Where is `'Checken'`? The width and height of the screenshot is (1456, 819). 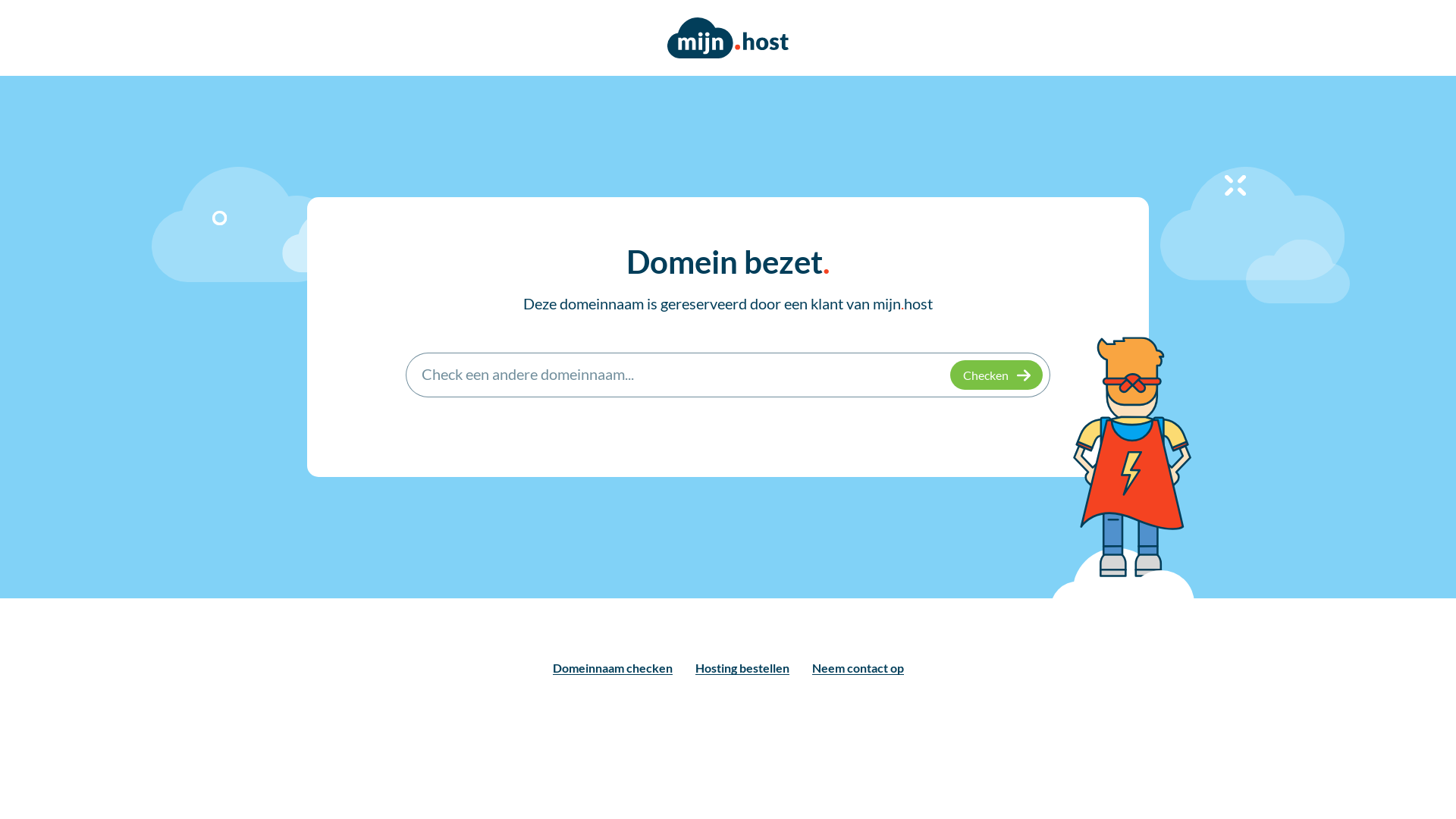
'Checken' is located at coordinates (996, 375).